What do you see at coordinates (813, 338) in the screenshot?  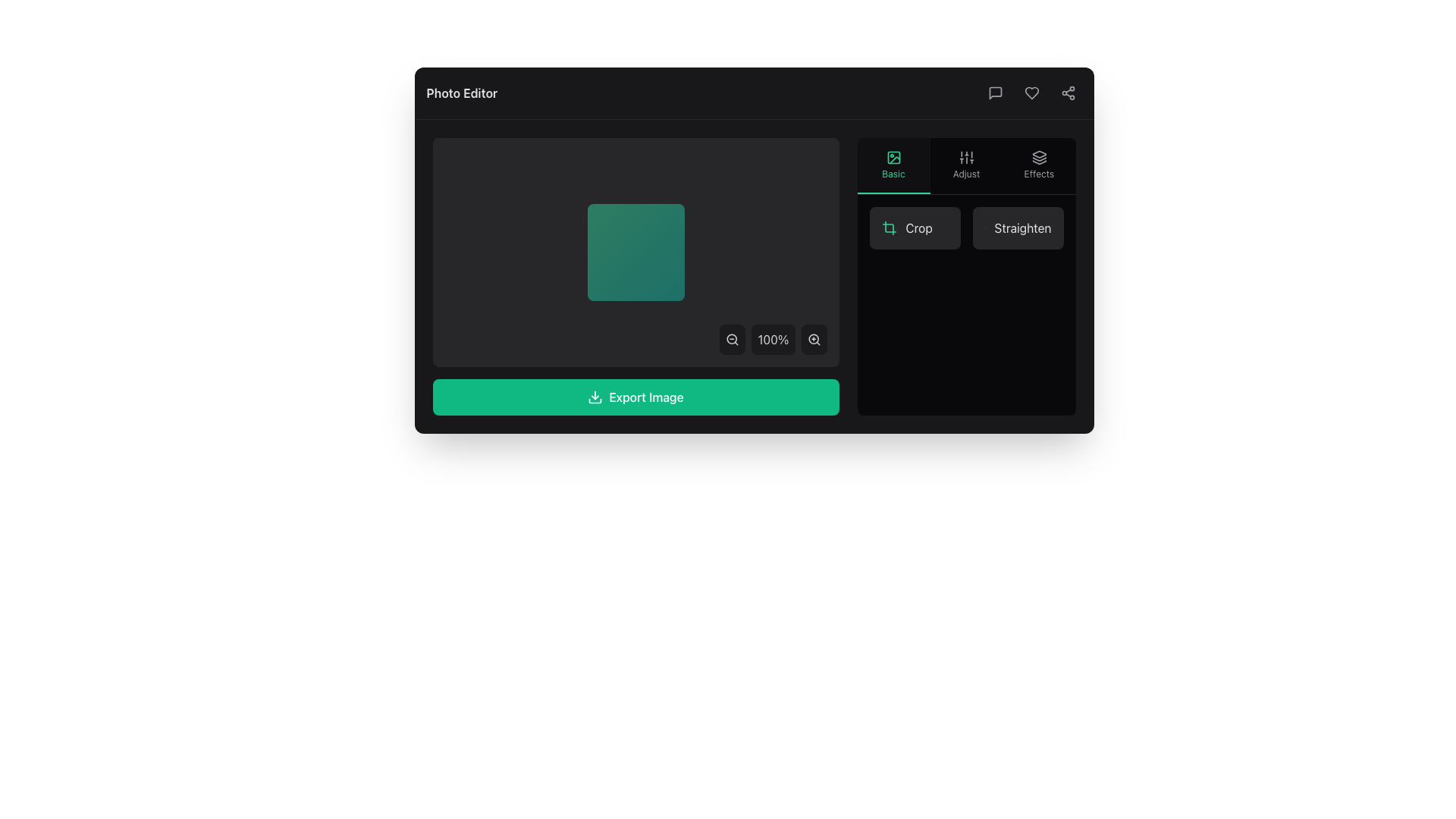 I see `the zoom-in button with a magnifying glass icon located at the bottom-right corner of the interface` at bounding box center [813, 338].